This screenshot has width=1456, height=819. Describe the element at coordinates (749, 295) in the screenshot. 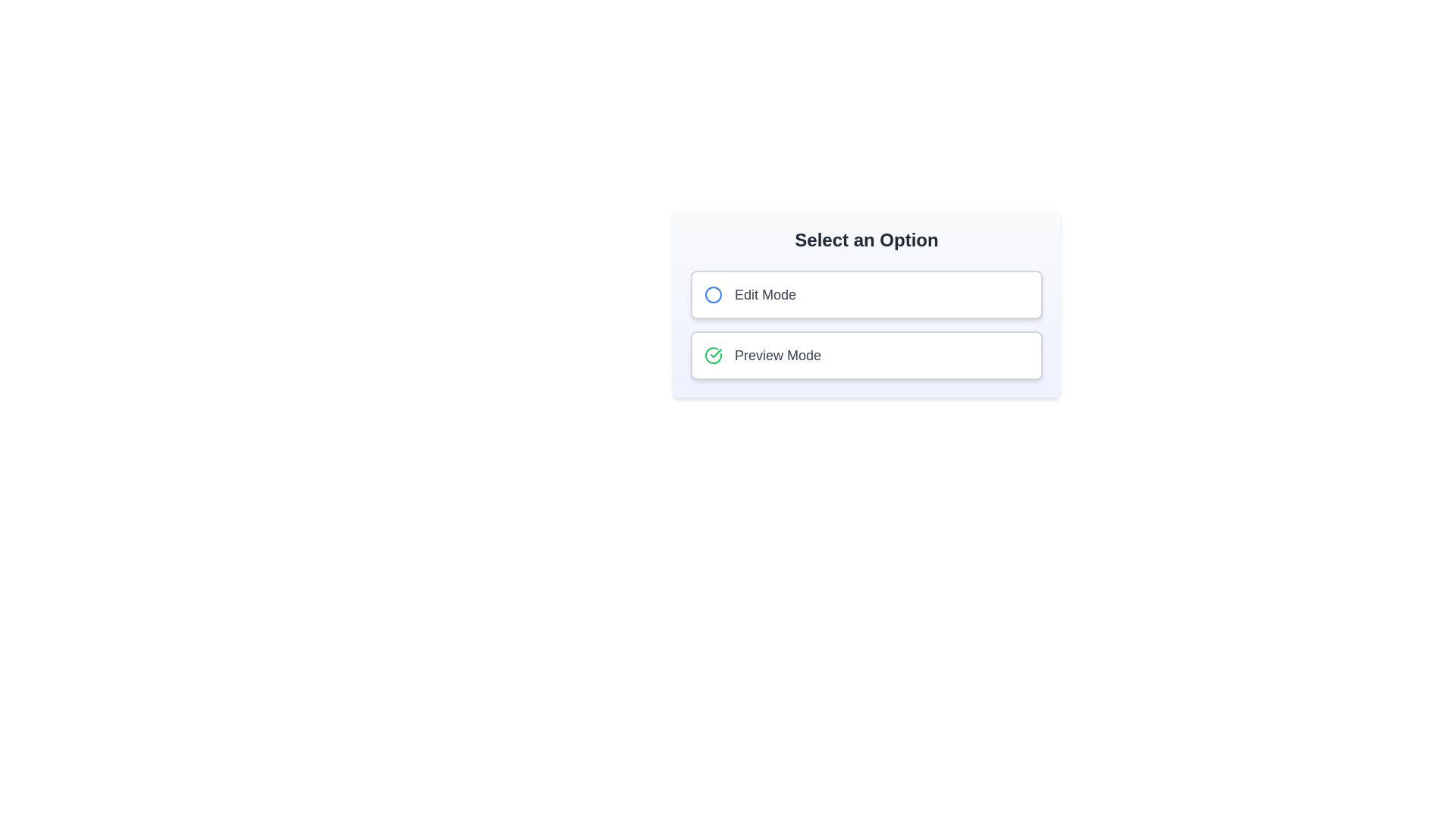

I see `the first option in the vertically stacked list that serves as the 'Edit Mode' selector` at that location.